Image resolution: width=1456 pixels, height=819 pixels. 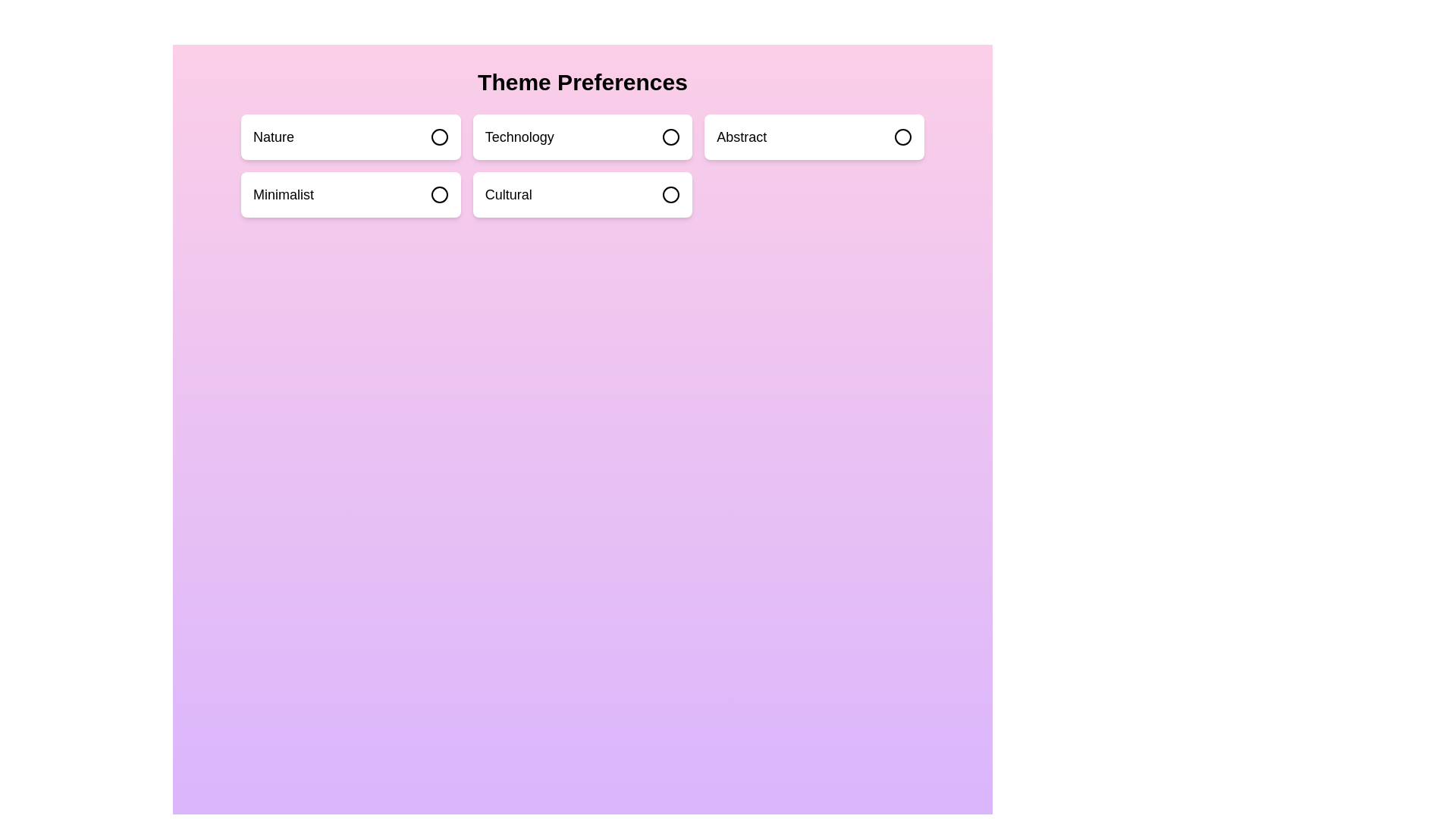 I want to click on the theme Nature, so click(x=350, y=137).